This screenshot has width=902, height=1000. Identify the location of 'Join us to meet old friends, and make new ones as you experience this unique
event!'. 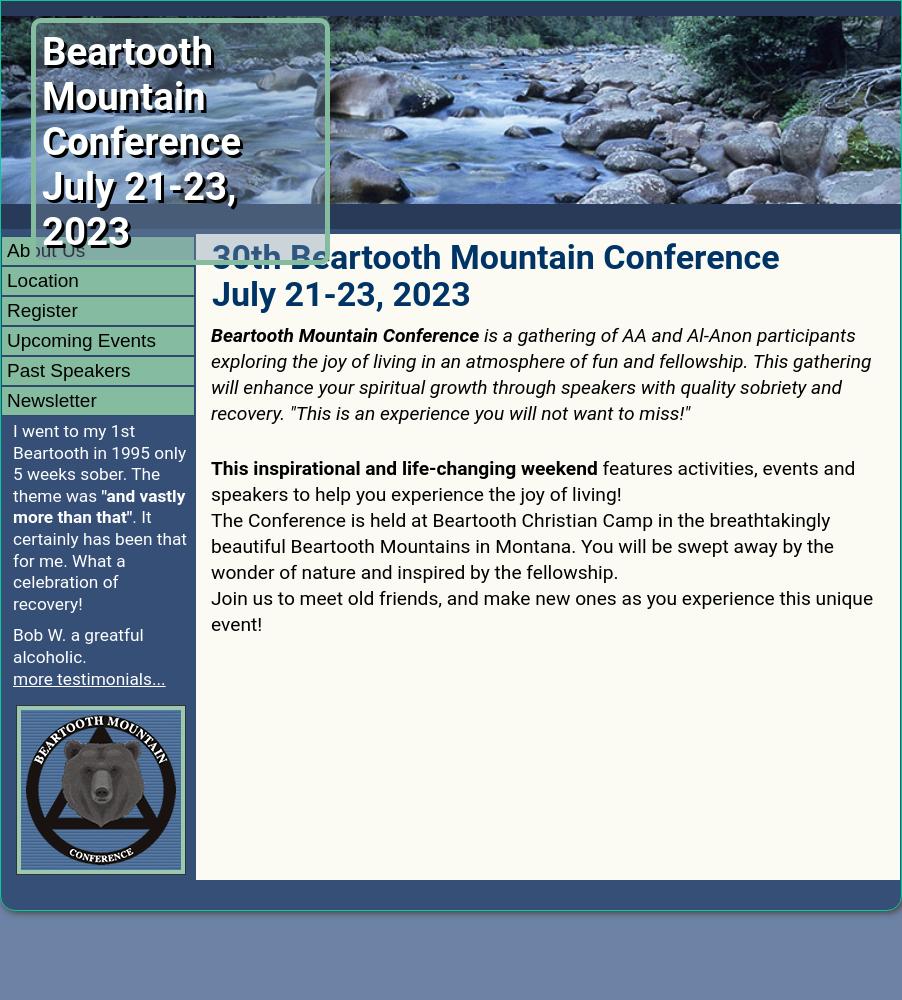
(542, 609).